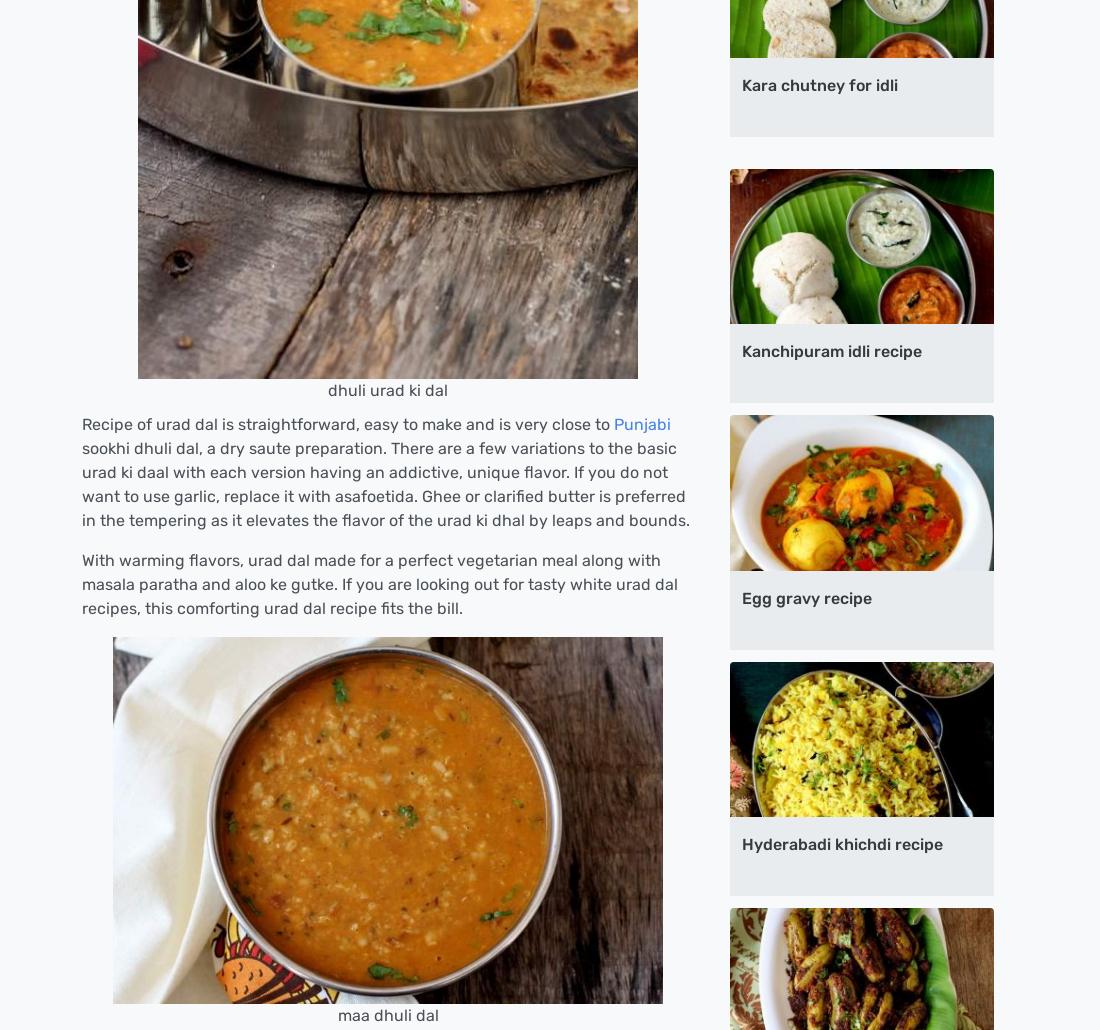 This screenshot has width=1100, height=1030. What do you see at coordinates (348, 423) in the screenshot?
I see `'Recipe of urad dal is straightforward, easy to make and is very close to'` at bounding box center [348, 423].